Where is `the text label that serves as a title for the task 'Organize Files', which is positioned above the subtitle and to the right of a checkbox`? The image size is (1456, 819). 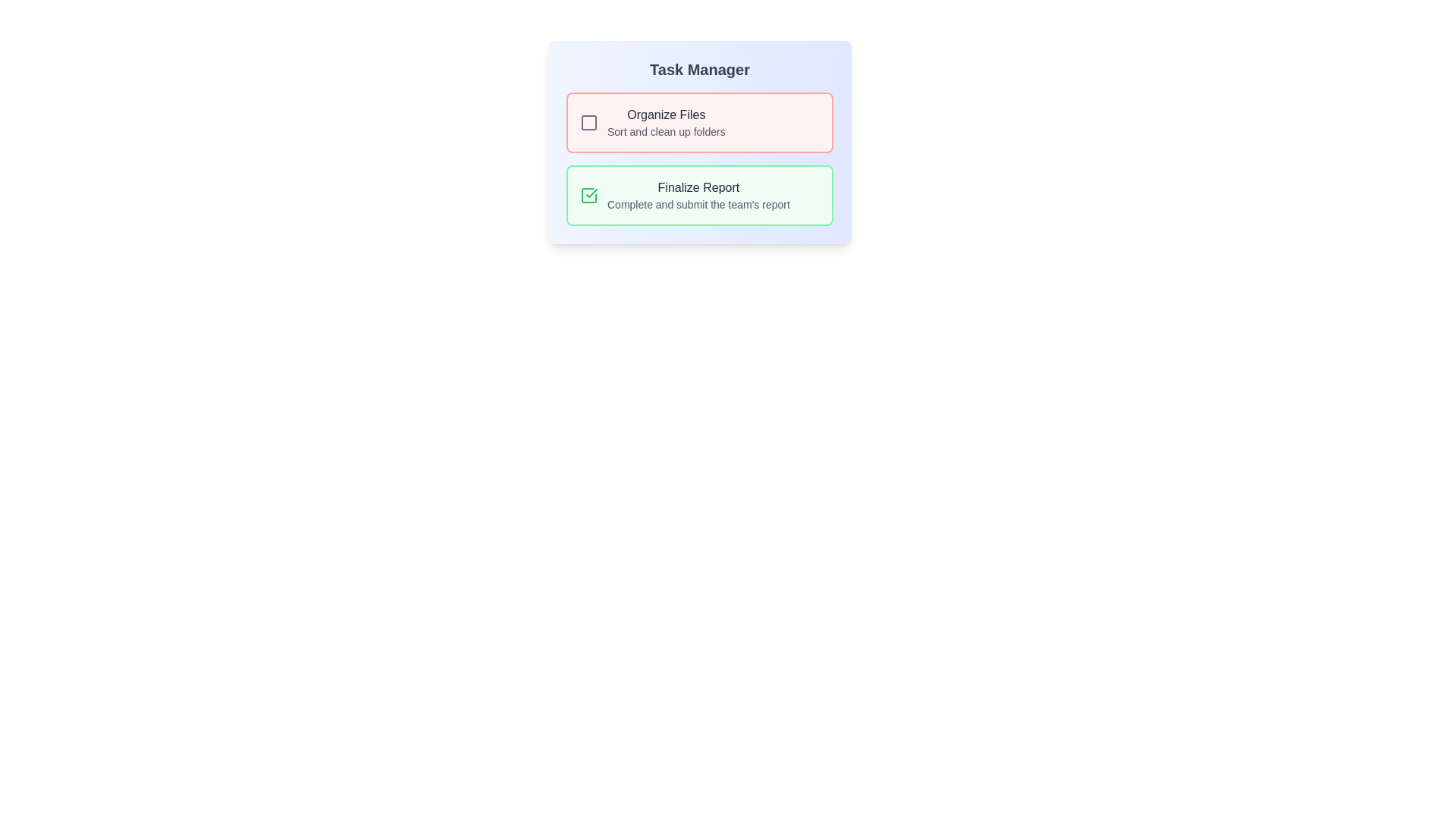
the text label that serves as a title for the task 'Organize Files', which is positioned above the subtitle and to the right of a checkbox is located at coordinates (666, 114).